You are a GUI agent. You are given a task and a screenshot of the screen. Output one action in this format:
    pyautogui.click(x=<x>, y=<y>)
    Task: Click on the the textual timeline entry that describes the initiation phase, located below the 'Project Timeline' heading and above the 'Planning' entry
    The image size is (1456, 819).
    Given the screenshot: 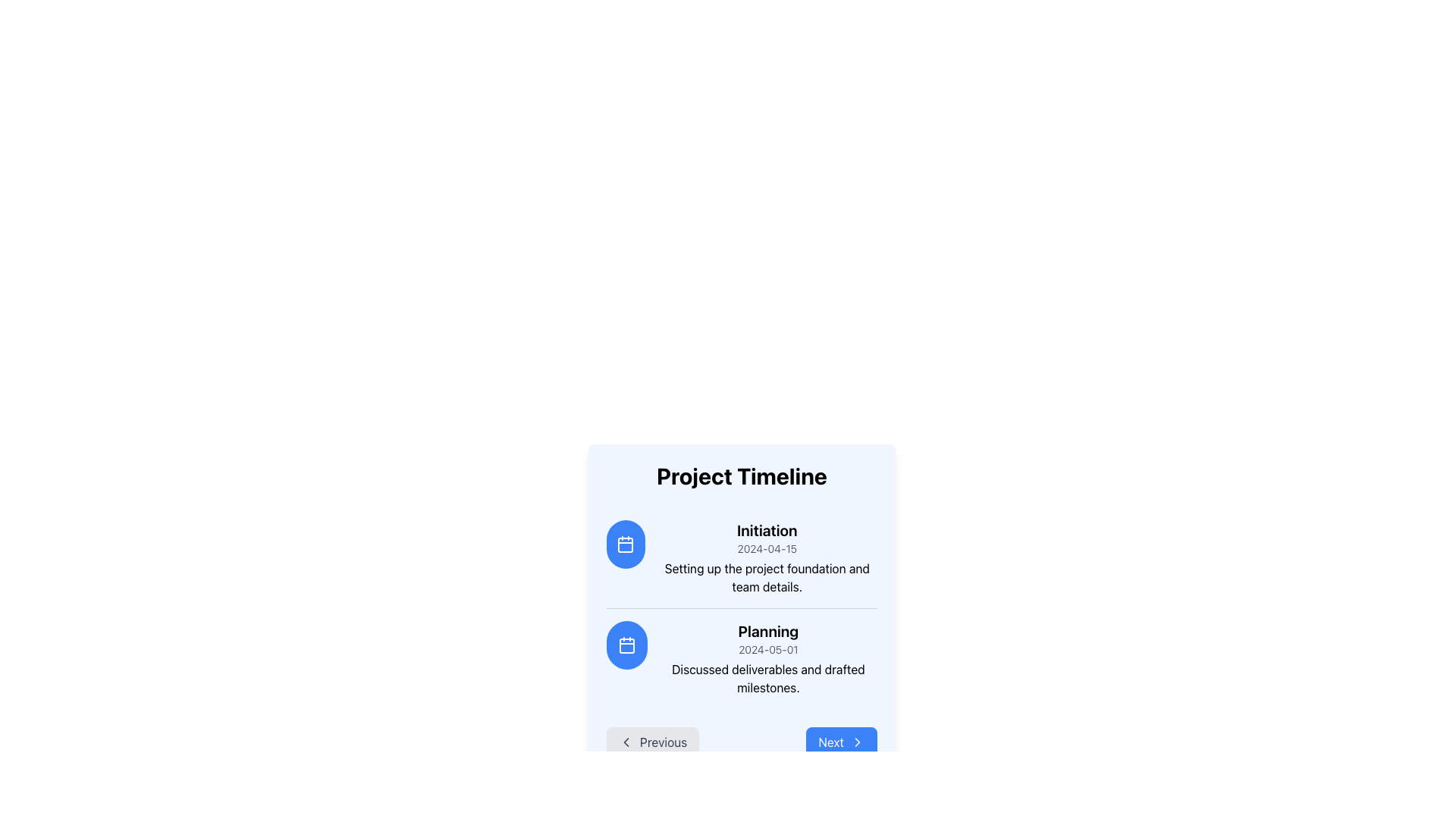 What is the action you would take?
    pyautogui.click(x=767, y=558)
    